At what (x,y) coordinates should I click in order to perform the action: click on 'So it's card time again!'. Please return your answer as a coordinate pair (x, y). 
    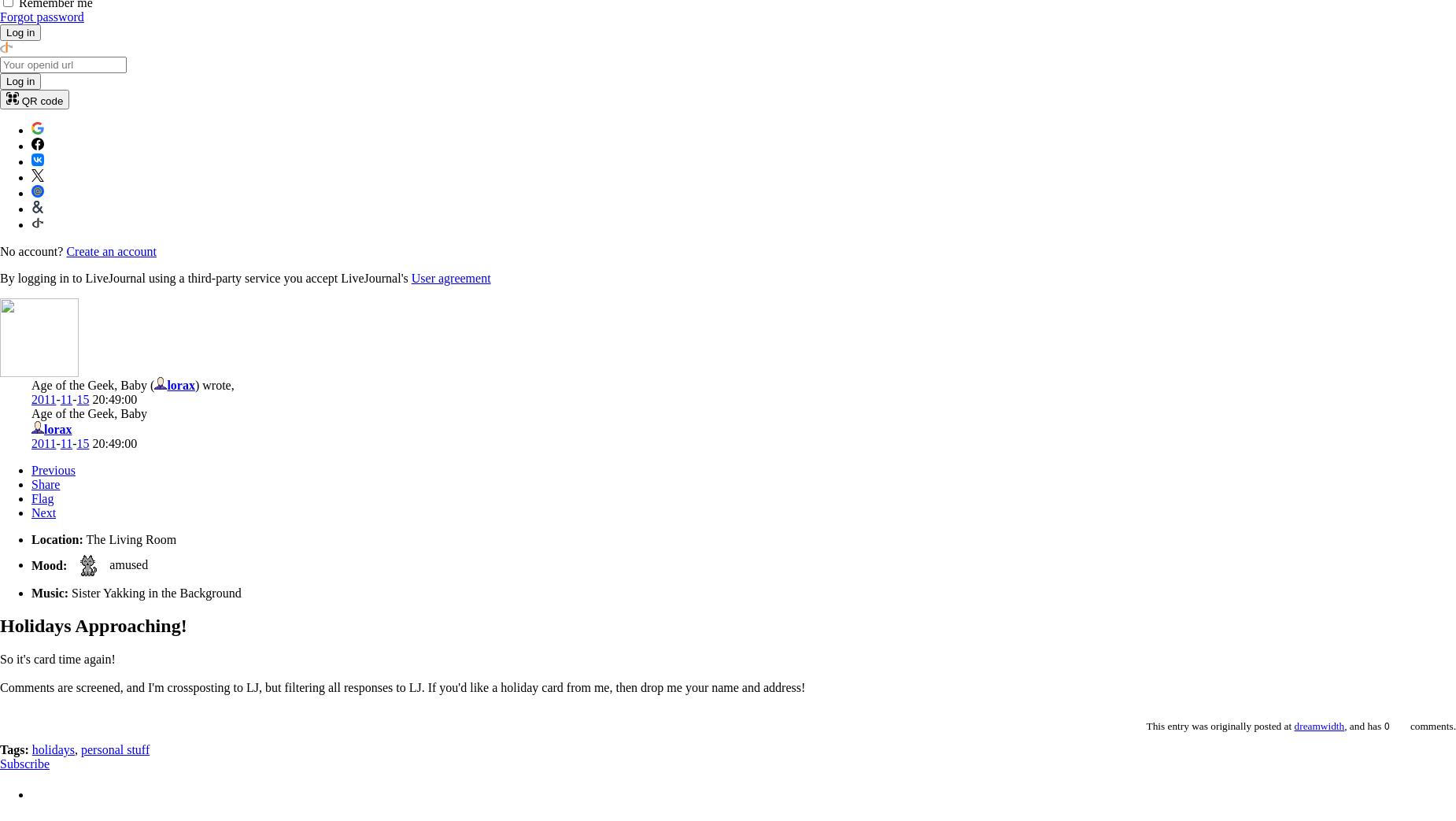
    Looking at the image, I should click on (0, 659).